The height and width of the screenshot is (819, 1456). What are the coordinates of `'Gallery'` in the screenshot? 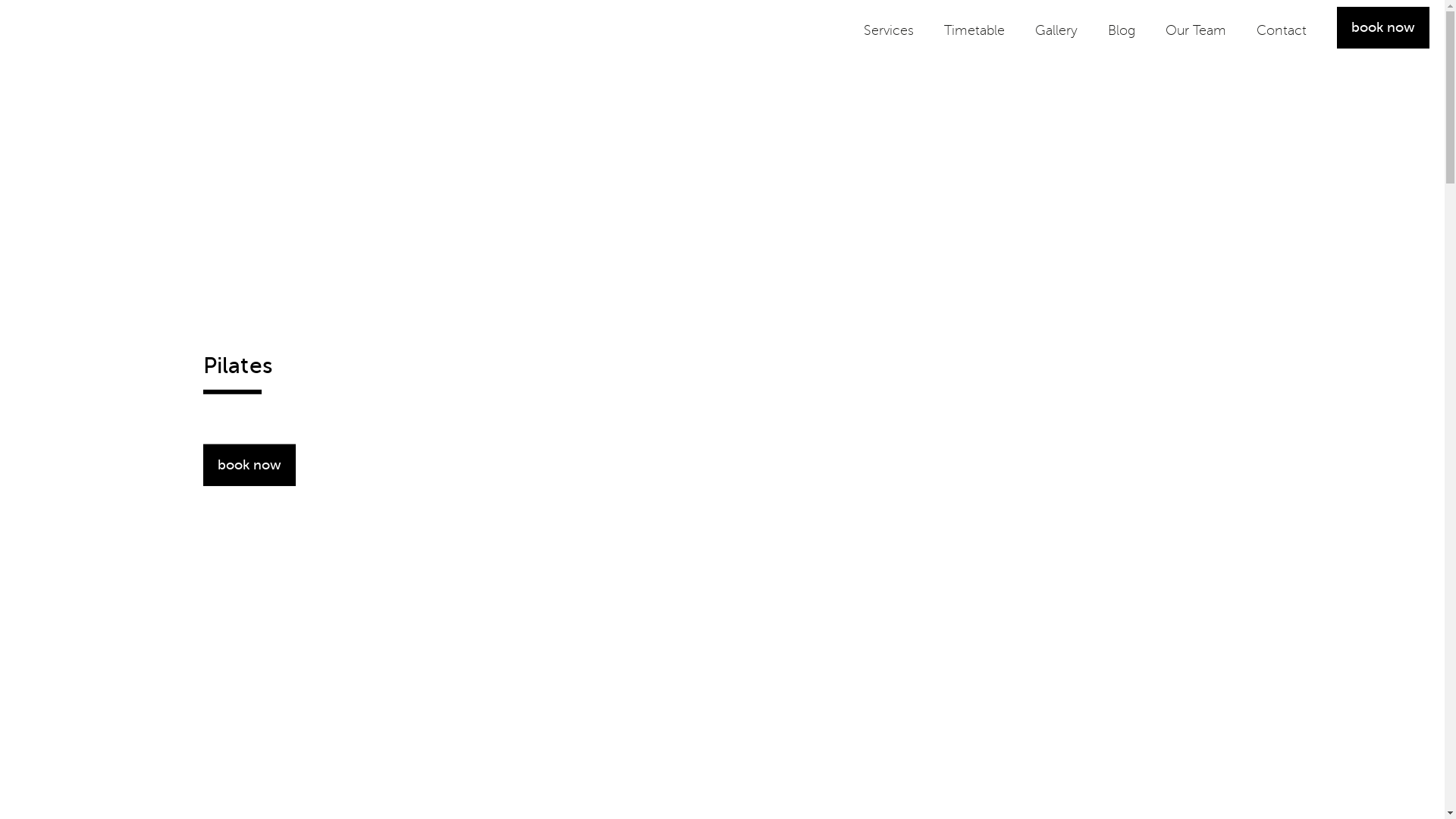 It's located at (1055, 33).